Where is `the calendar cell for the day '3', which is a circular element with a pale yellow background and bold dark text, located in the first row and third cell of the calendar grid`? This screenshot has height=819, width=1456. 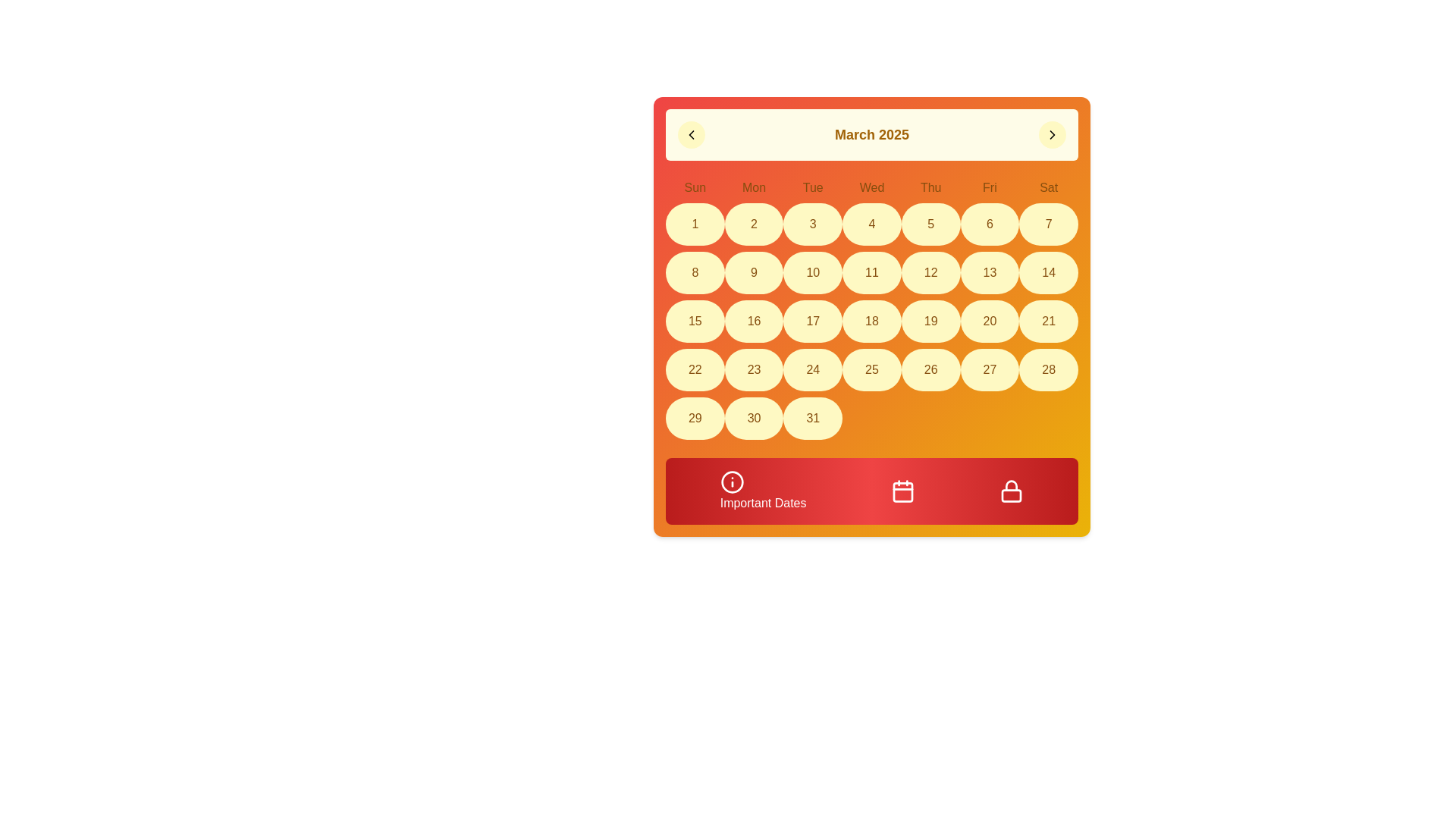
the calendar cell for the day '3', which is a circular element with a pale yellow background and bold dark text, located in the first row and third cell of the calendar grid is located at coordinates (812, 224).